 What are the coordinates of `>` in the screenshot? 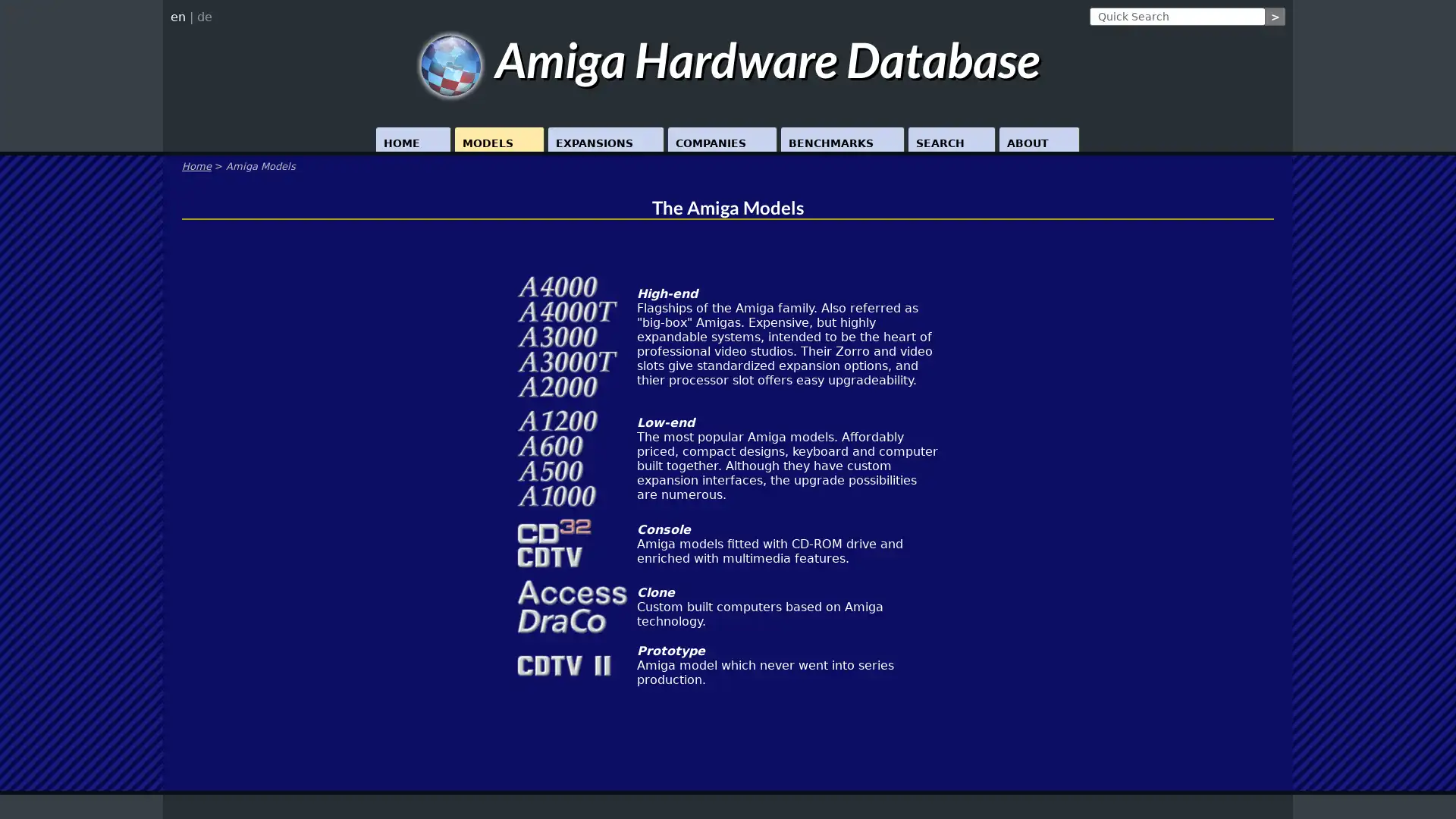 It's located at (1274, 17).